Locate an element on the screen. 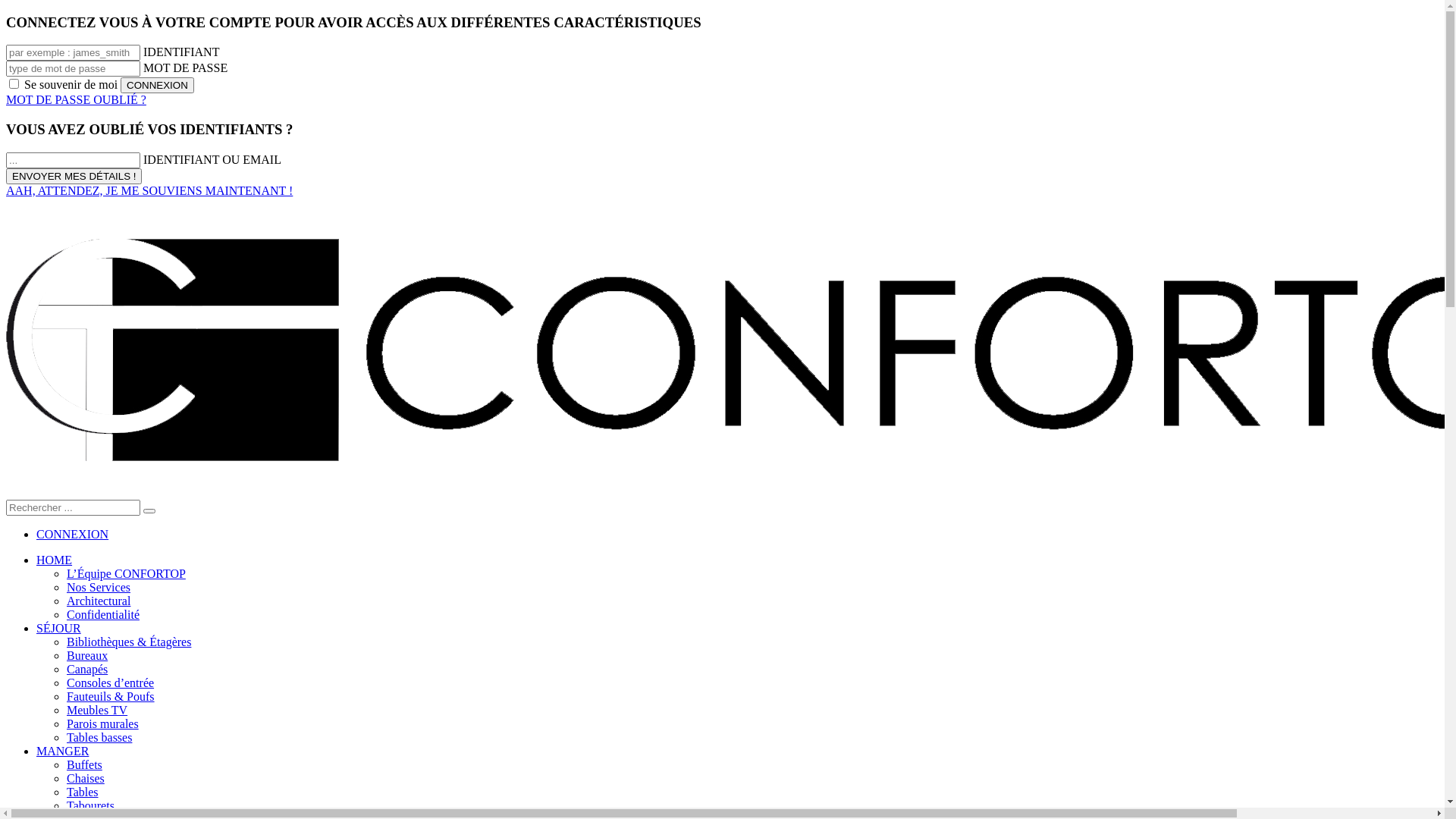 Image resolution: width=1456 pixels, height=819 pixels. 'Fauteuils & Poufs' is located at coordinates (109, 696).